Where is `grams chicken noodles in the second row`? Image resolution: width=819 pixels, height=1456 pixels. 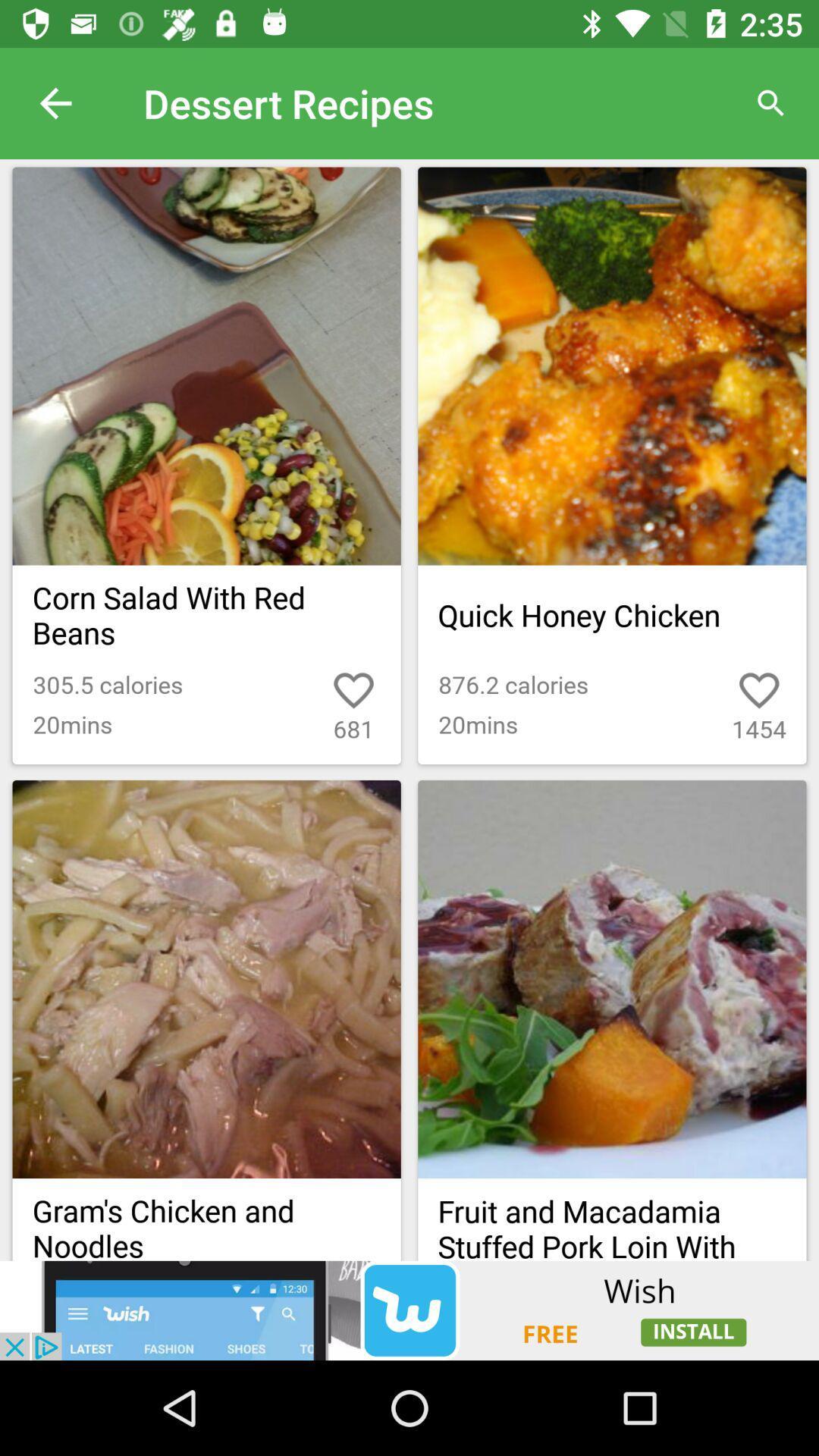 grams chicken noodles in the second row is located at coordinates (207, 1219).